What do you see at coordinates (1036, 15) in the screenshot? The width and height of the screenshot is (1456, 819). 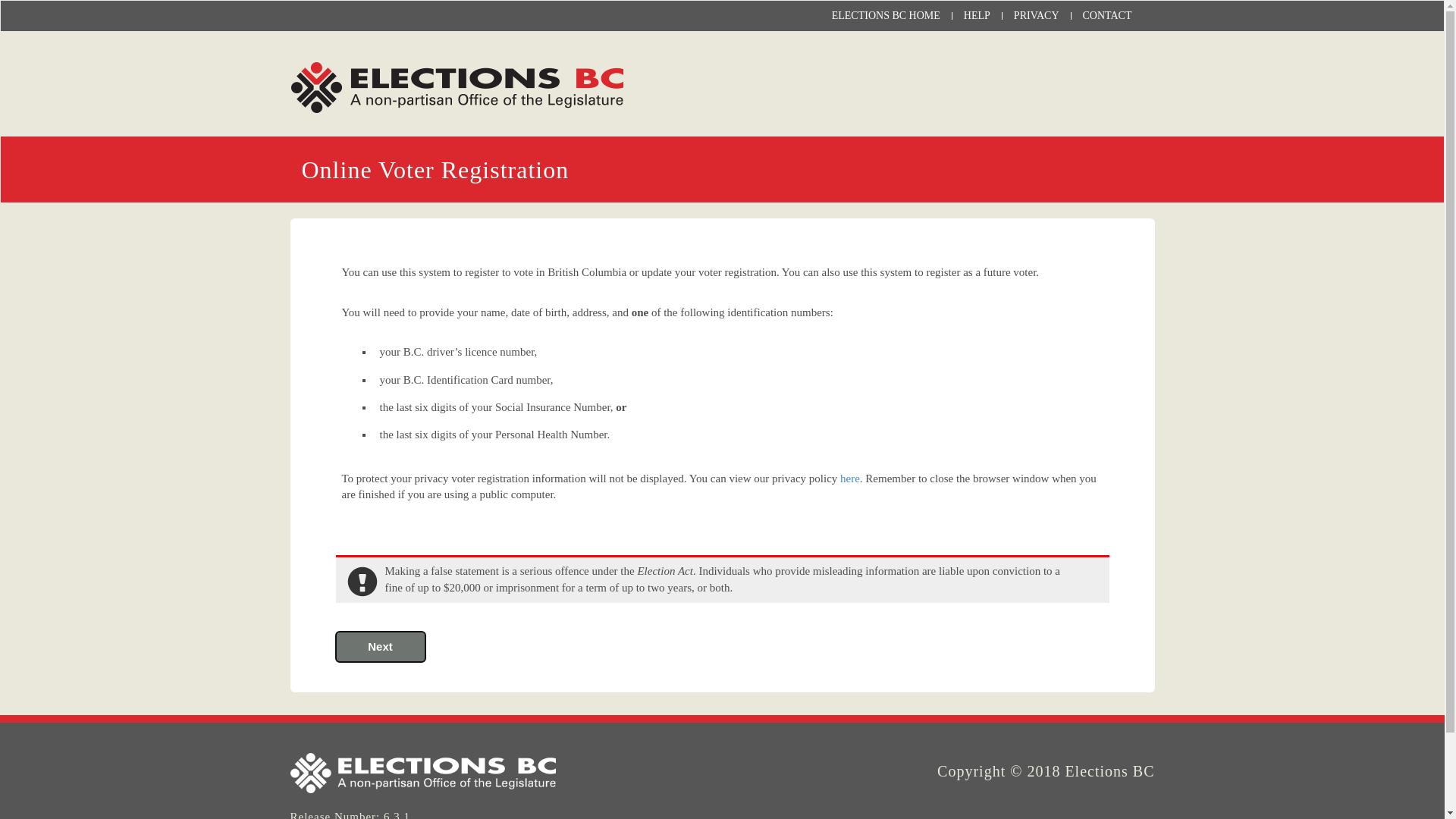 I see `'PRIVACY'` at bounding box center [1036, 15].